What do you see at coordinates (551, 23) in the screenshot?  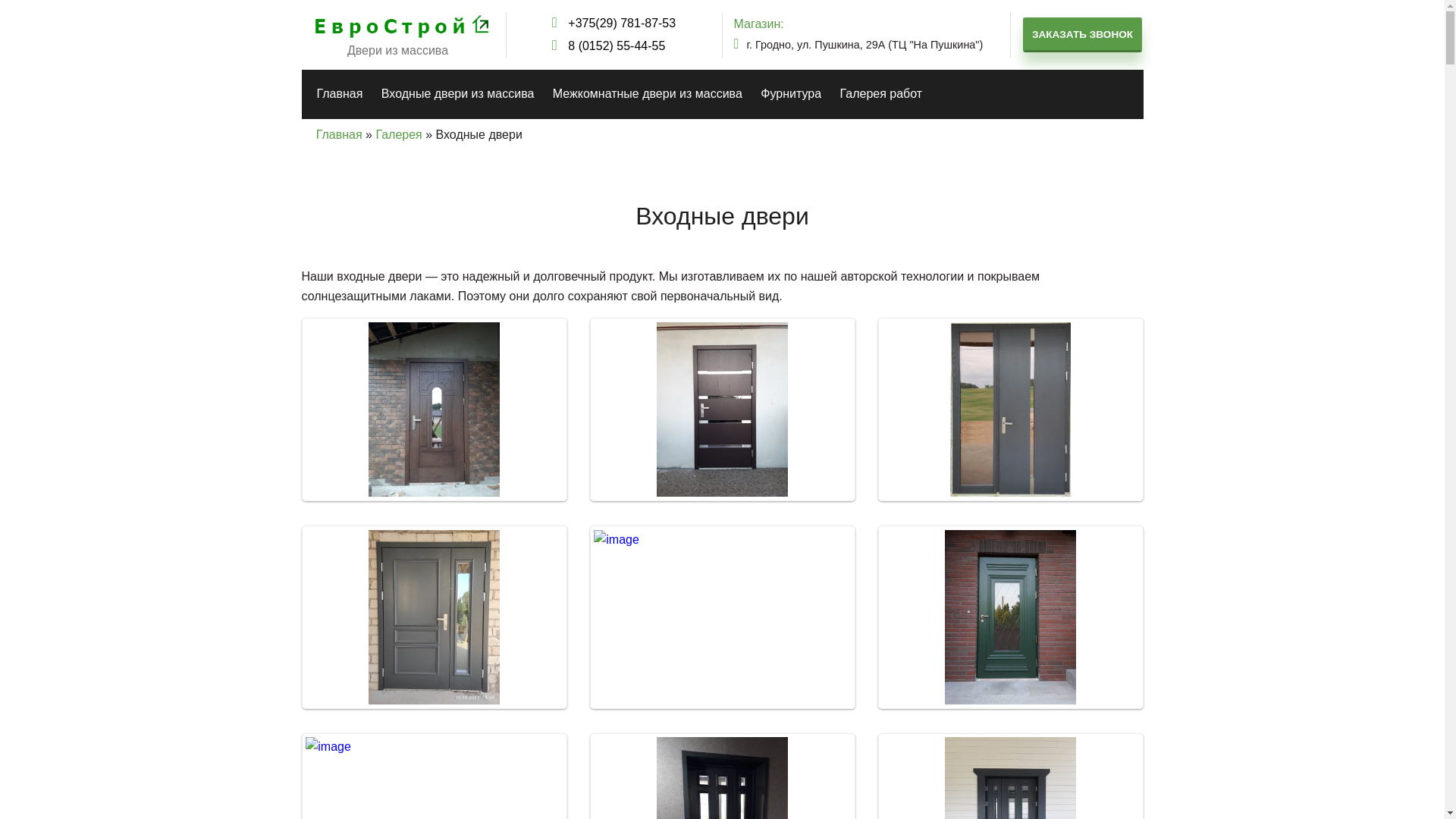 I see `'+375(29) 781-87-53'` at bounding box center [551, 23].